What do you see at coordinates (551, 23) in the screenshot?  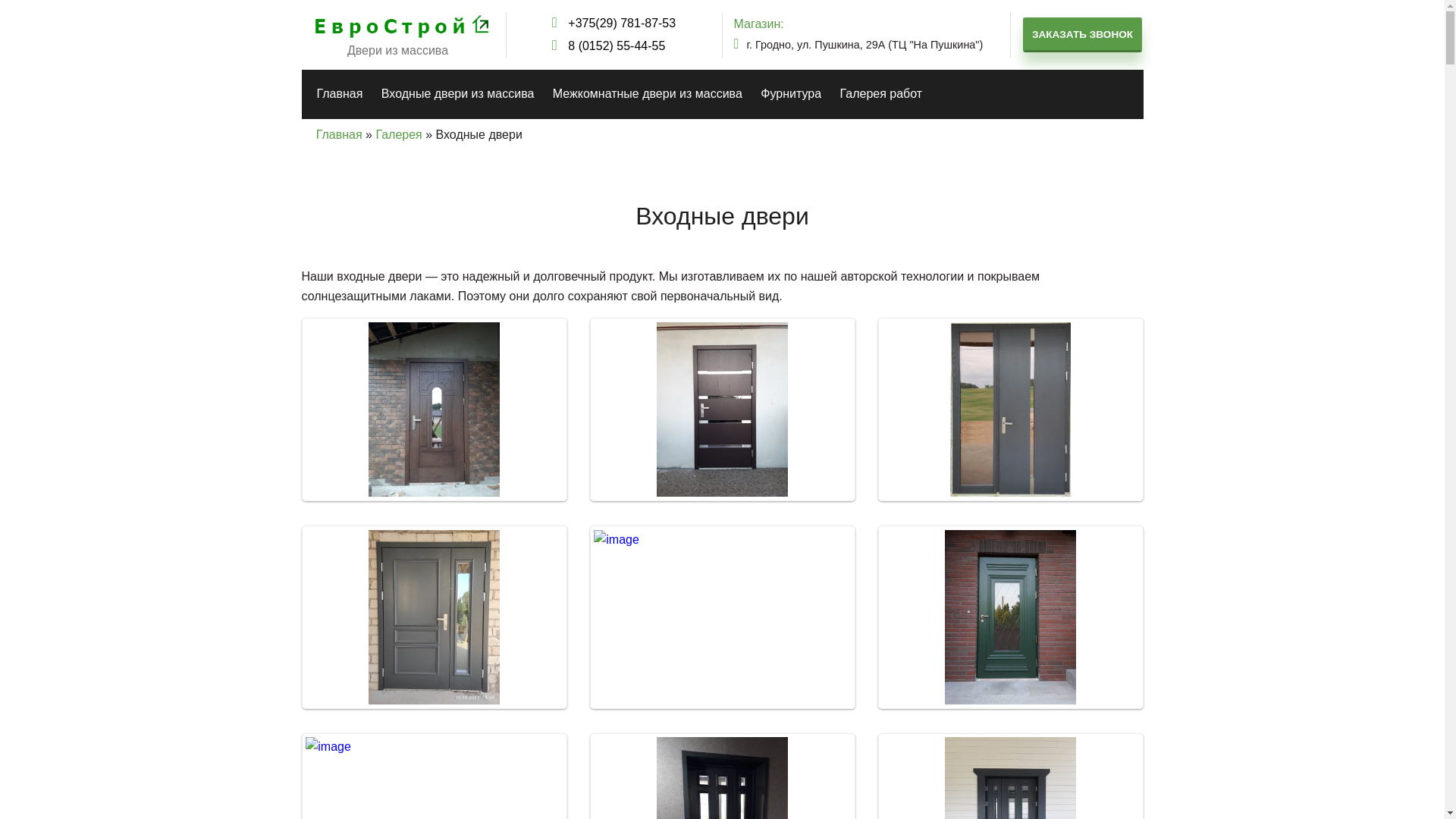 I see `'+375(29) 781-87-53'` at bounding box center [551, 23].